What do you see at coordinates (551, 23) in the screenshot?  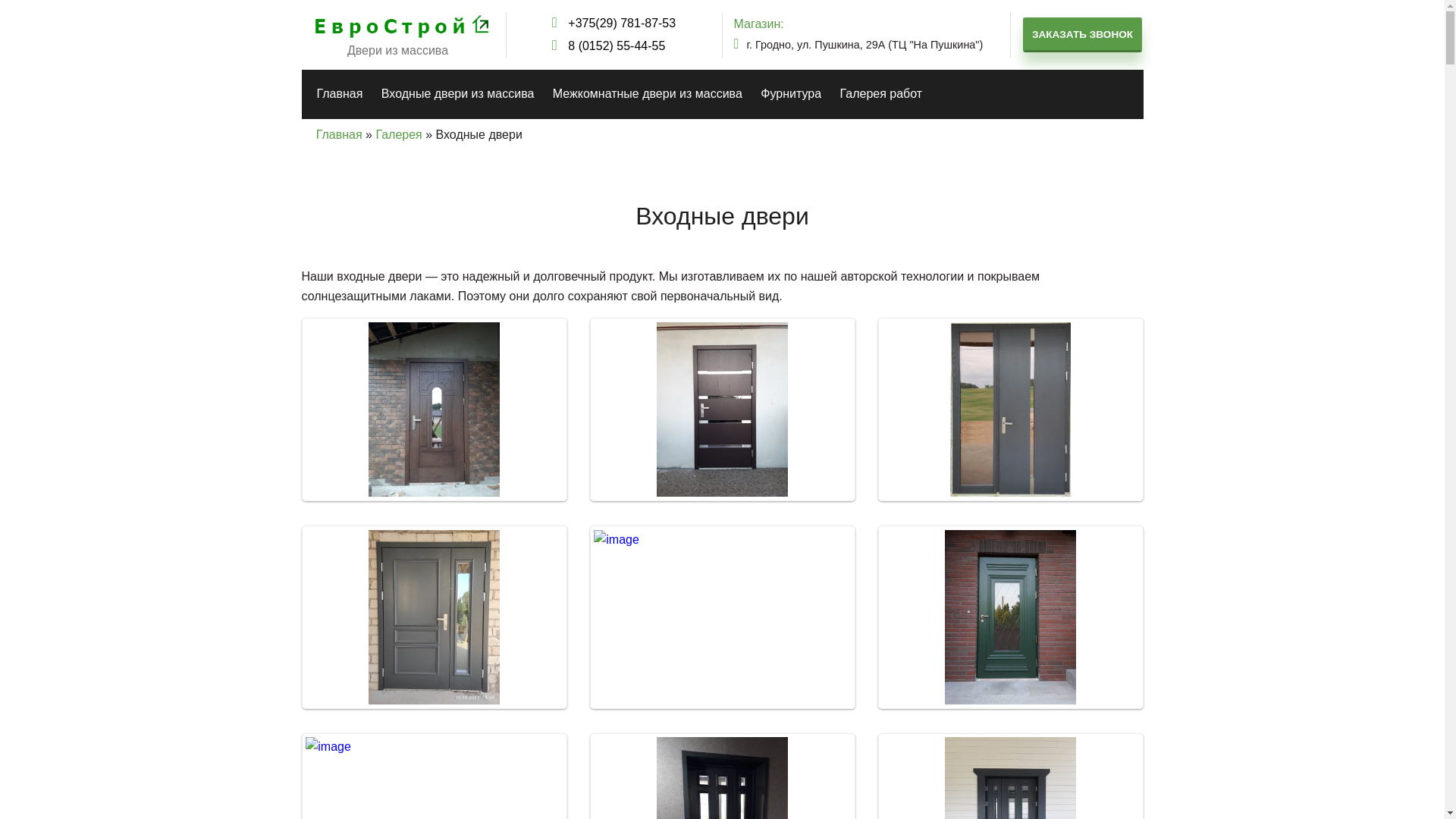 I see `'+375(29) 781-87-53'` at bounding box center [551, 23].